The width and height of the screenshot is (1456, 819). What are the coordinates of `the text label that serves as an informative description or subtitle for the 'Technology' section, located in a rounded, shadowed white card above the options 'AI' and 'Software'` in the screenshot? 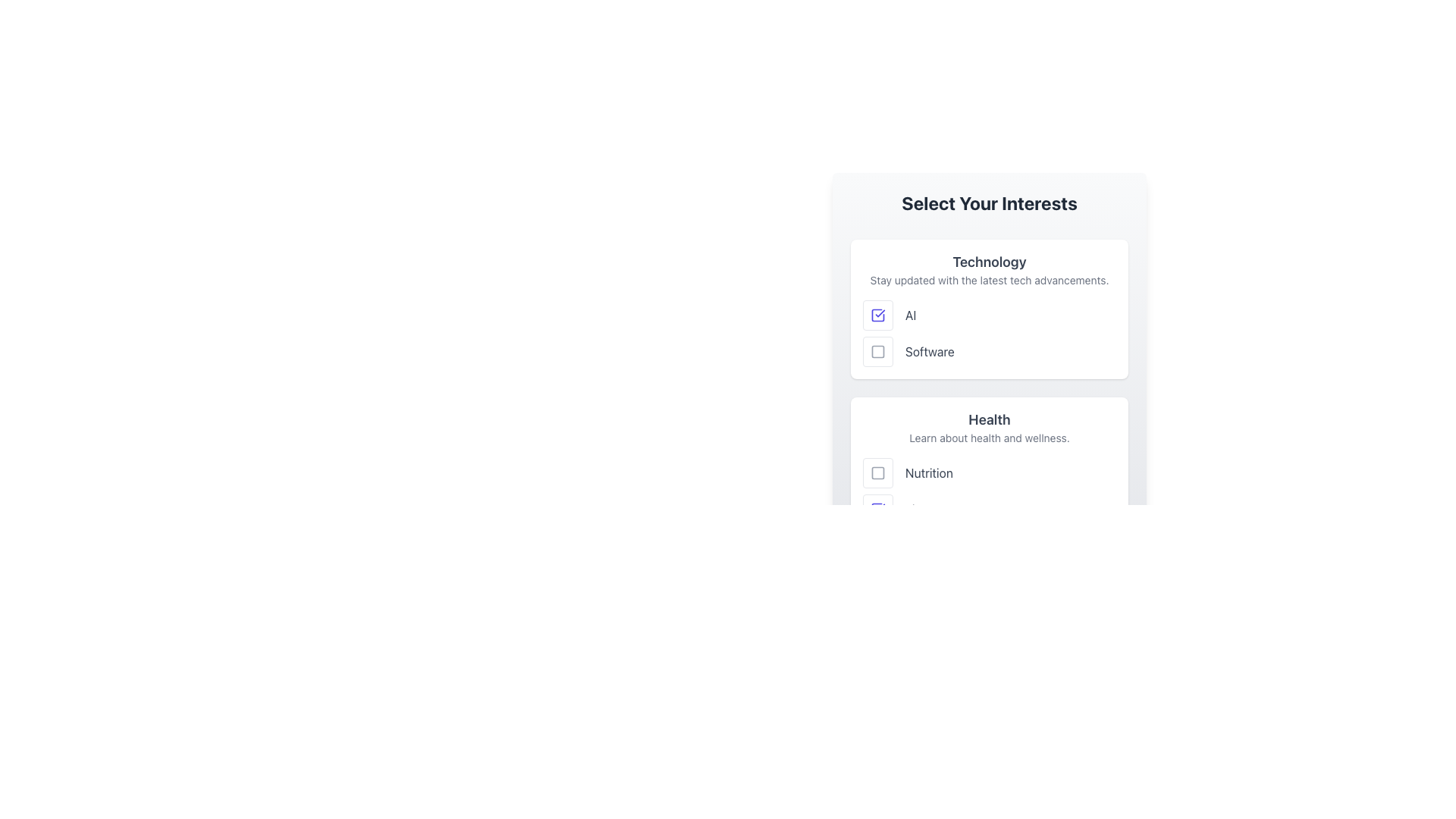 It's located at (990, 281).